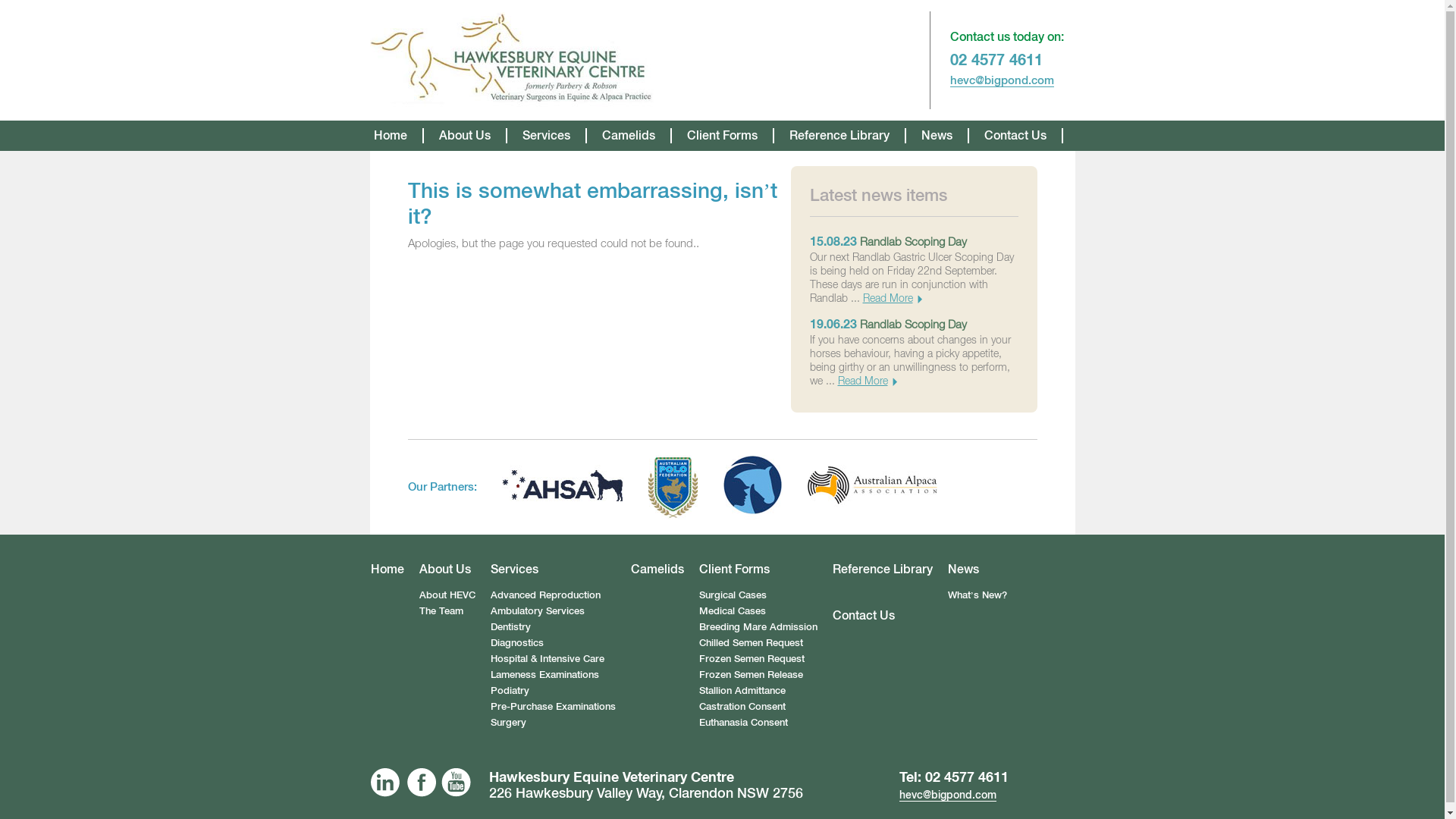 This screenshot has width=1456, height=819. Describe the element at coordinates (757, 570) in the screenshot. I see `'Client Forms'` at that location.